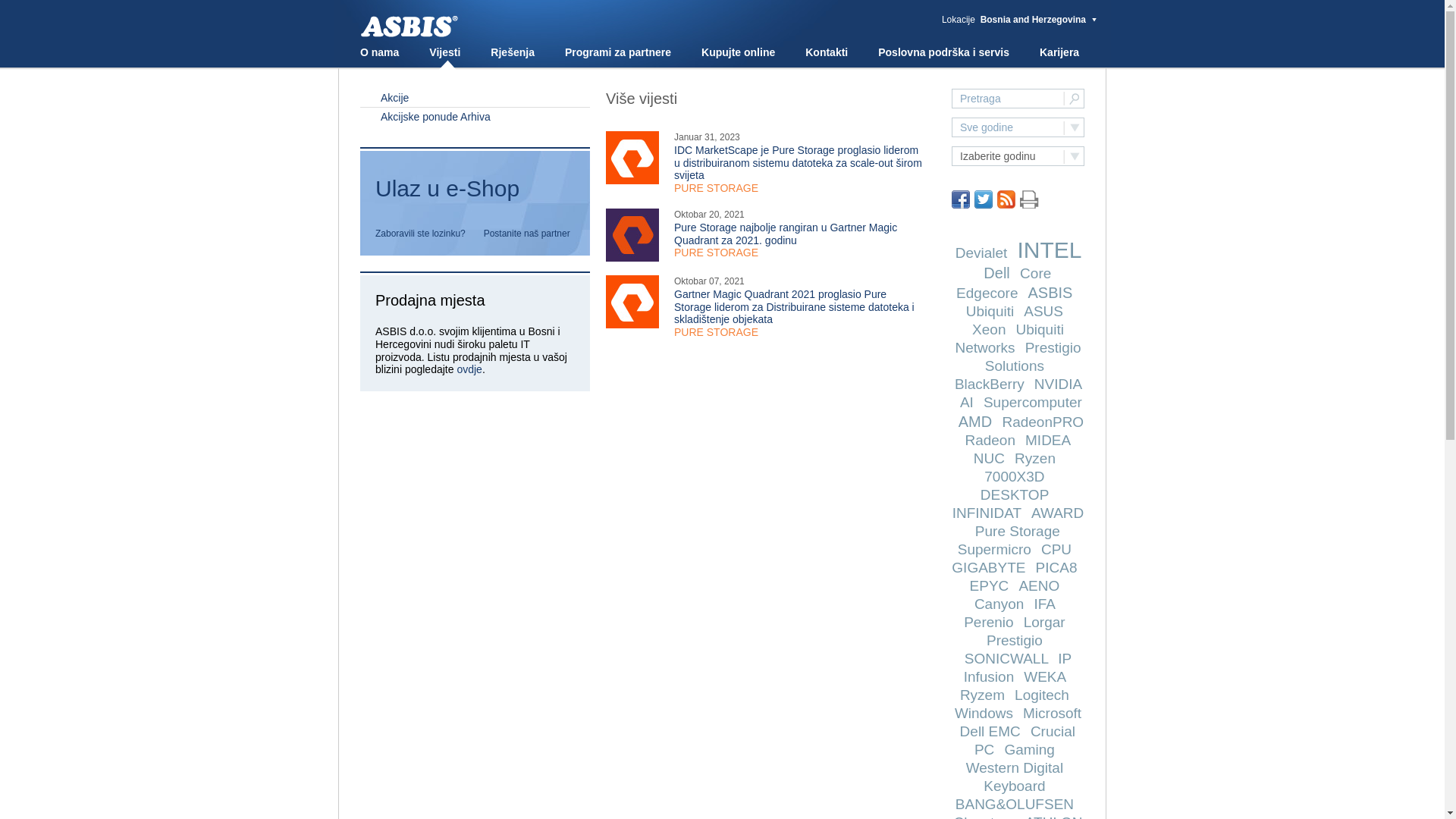 The image size is (1456, 819). I want to click on 'AMD', so click(957, 421).